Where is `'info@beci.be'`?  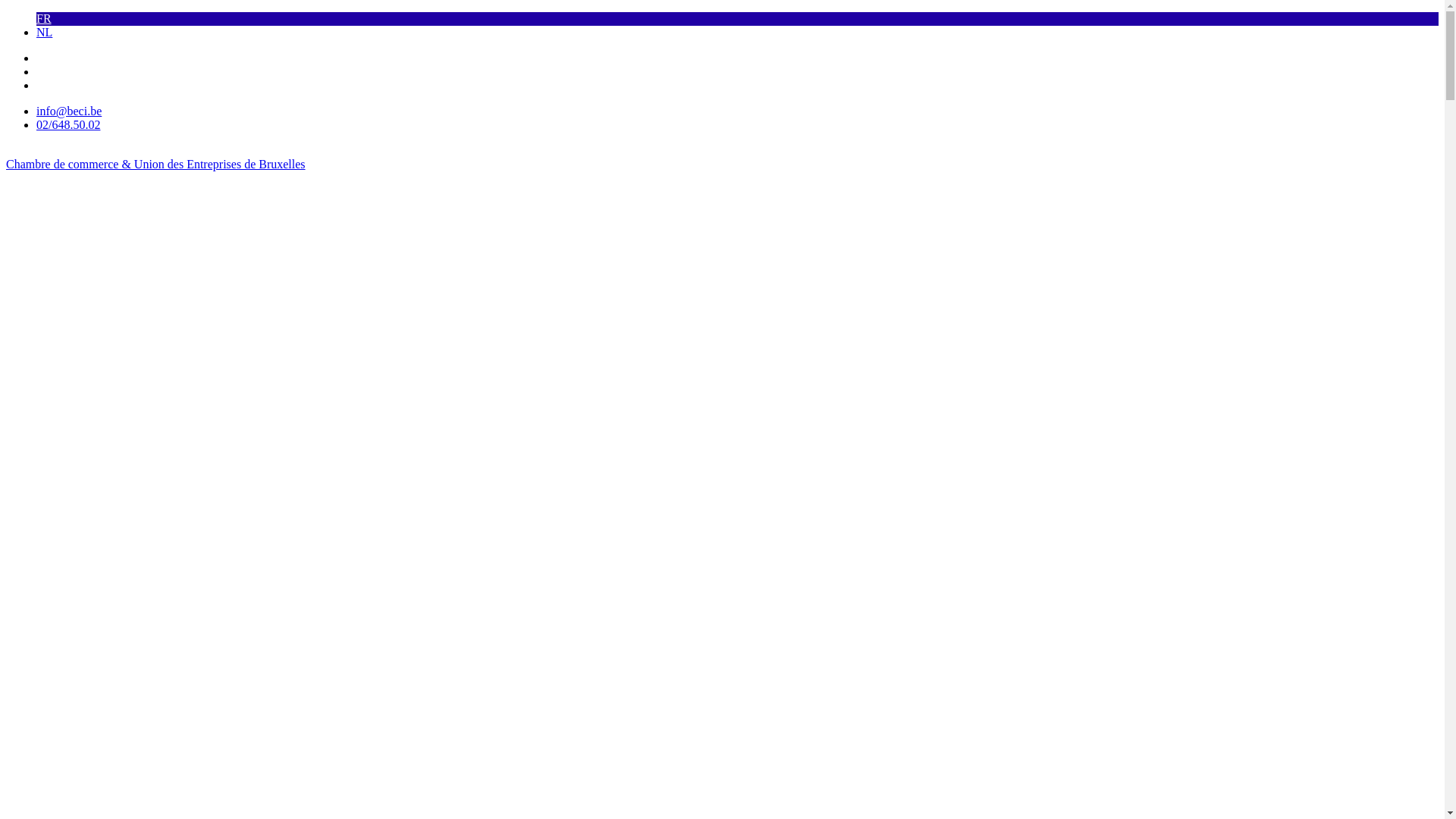 'info@beci.be' is located at coordinates (68, 110).